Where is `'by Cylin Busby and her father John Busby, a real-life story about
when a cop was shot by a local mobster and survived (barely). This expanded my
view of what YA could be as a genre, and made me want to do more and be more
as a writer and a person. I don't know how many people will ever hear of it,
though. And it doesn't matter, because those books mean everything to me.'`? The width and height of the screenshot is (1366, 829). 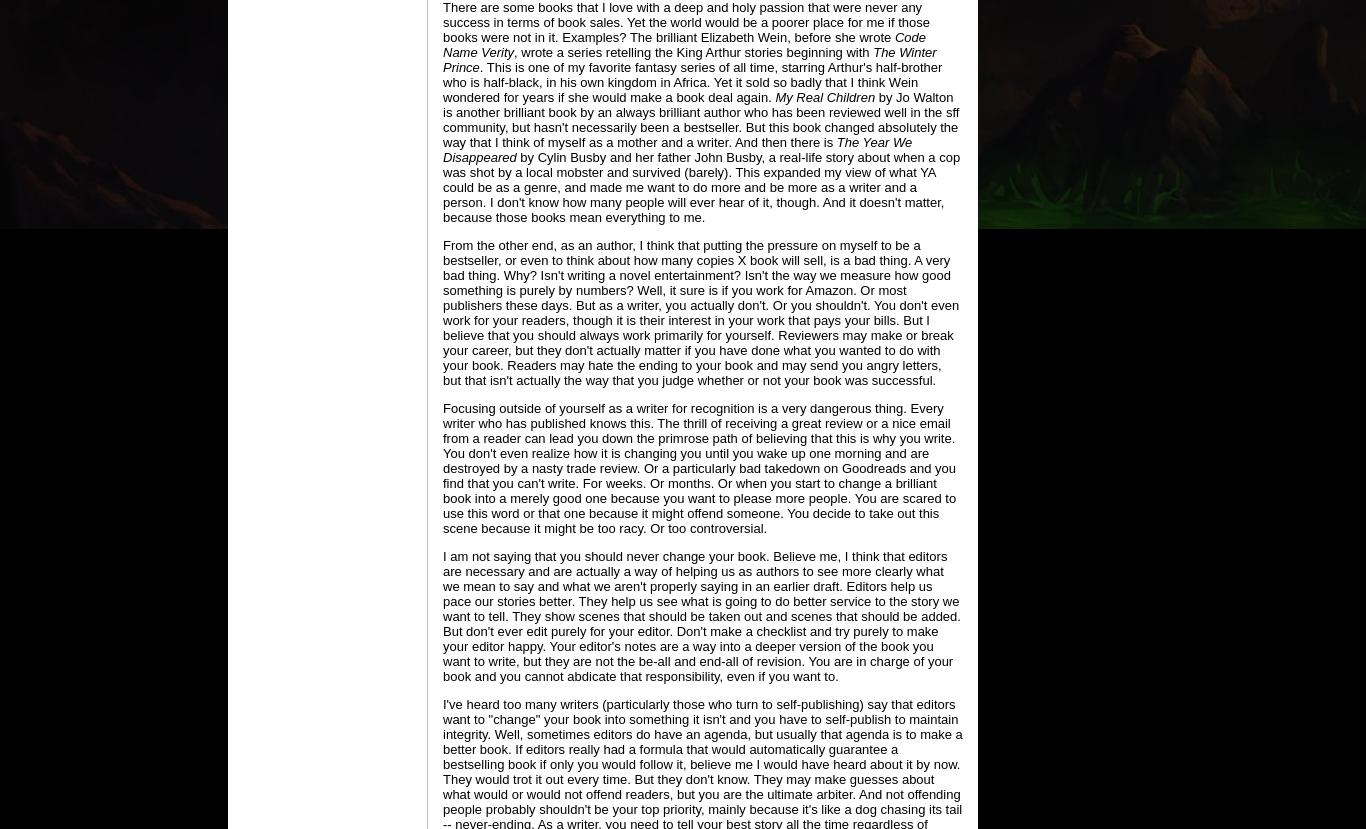 'by Cylin Busby and her father John Busby, a real-life story about
when a cop was shot by a local mobster and survived (barely). This expanded my
view of what YA could be as a genre, and made me want to do more and be more
as a writer and a person. I don't know how many people will ever hear of it,
though. And it doesn't matter, because those books mean everything to me.' is located at coordinates (701, 187).